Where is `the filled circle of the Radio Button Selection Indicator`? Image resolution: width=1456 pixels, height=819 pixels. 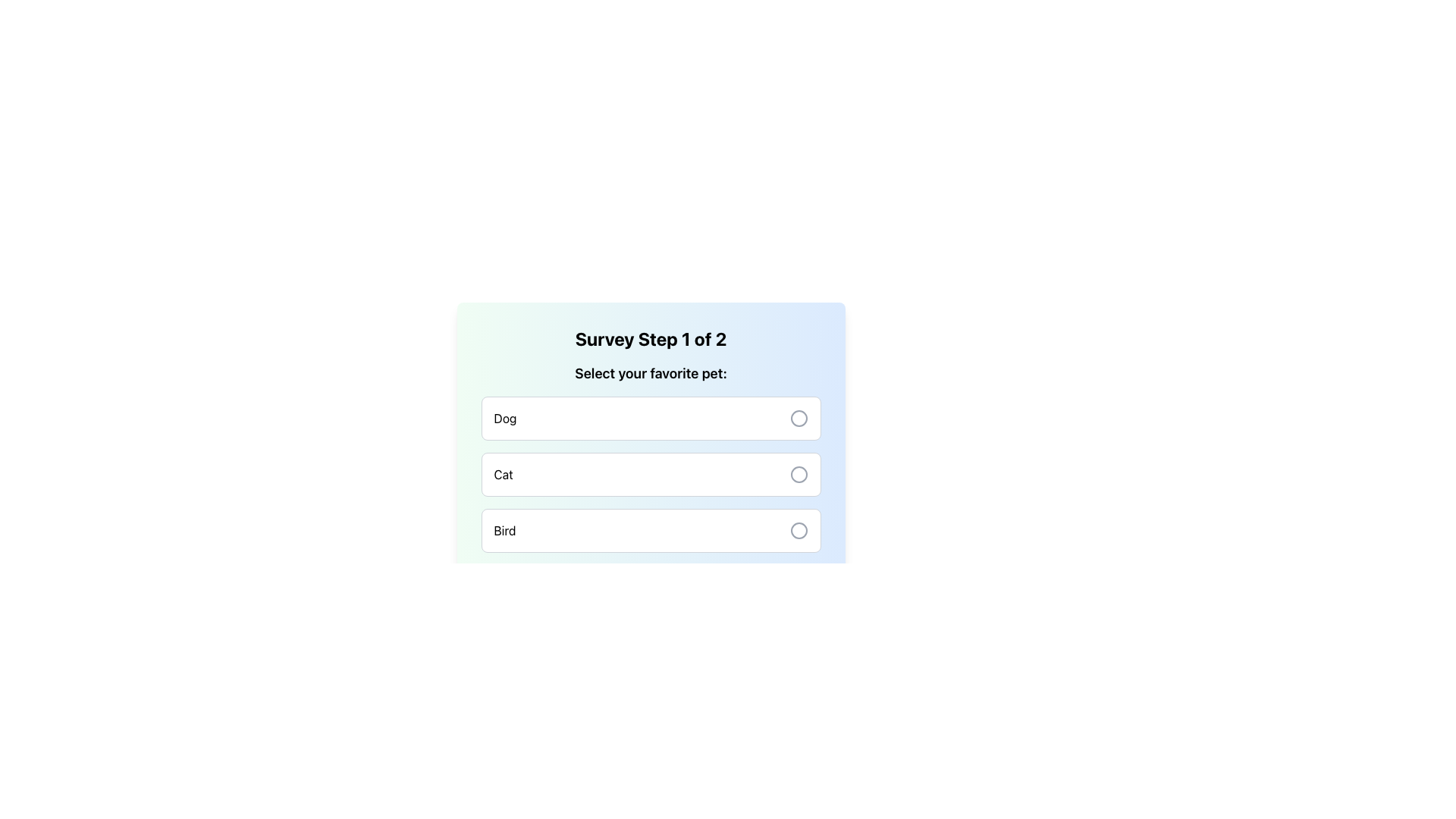 the filled circle of the Radio Button Selection Indicator is located at coordinates (798, 473).